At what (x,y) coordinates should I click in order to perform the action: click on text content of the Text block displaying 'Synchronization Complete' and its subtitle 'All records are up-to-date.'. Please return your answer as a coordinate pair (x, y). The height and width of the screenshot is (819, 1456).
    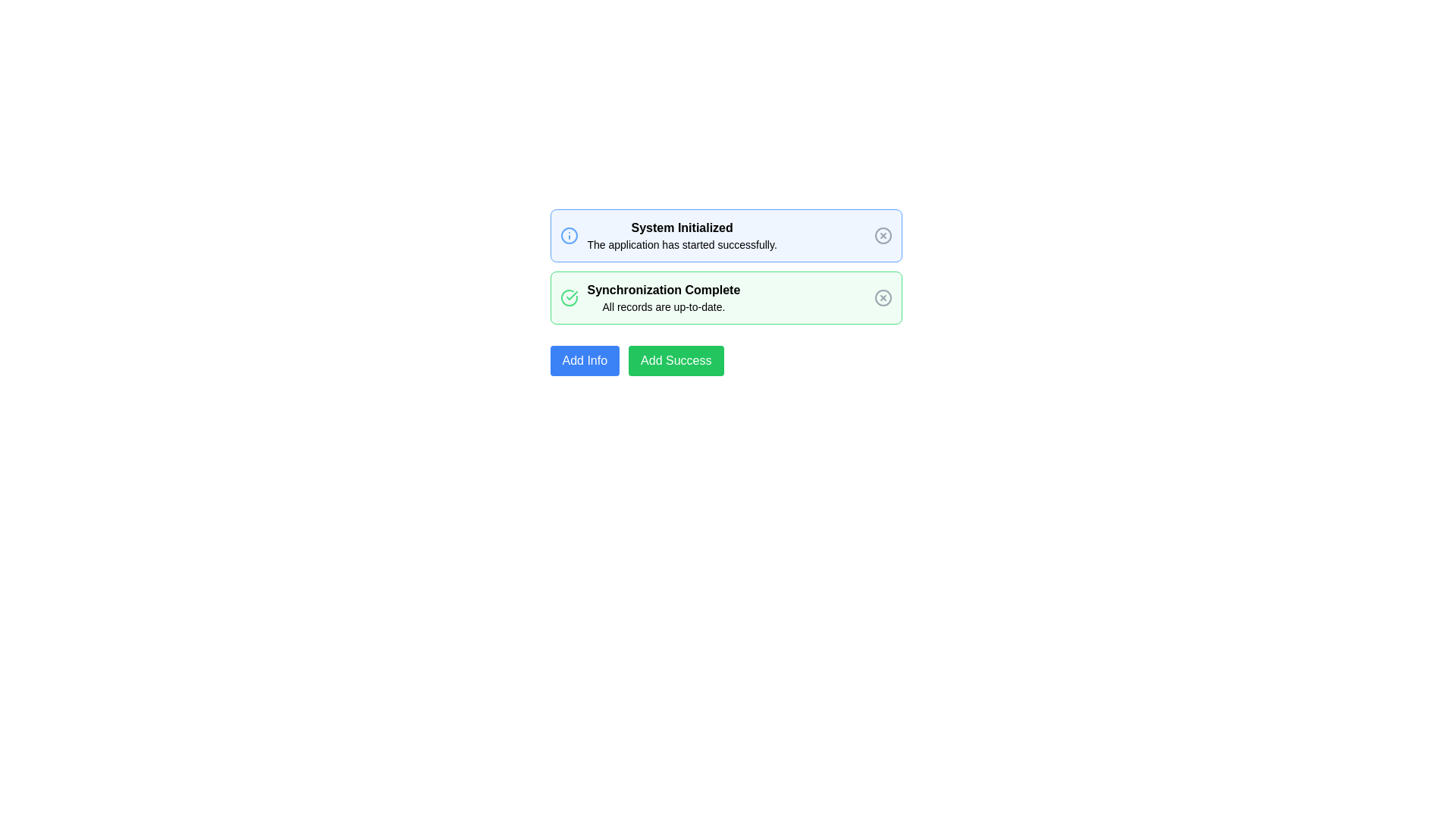
    Looking at the image, I should click on (664, 298).